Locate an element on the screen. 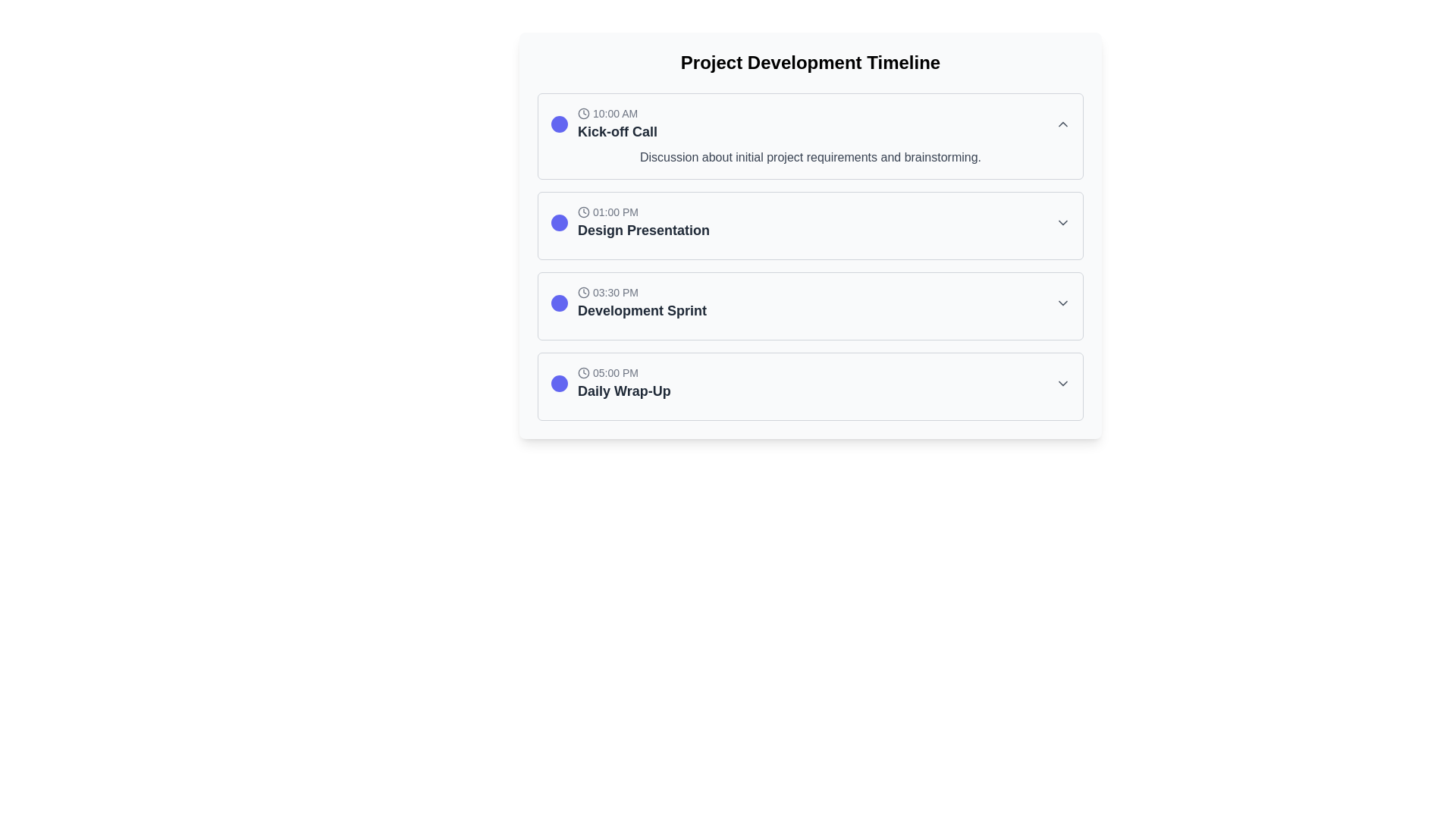  the Decorative SVG component (clock icon) located near the time label '01:00 PM' in the timeline interface, which is associated with the event 'Design Presentation.' is located at coordinates (582, 212).